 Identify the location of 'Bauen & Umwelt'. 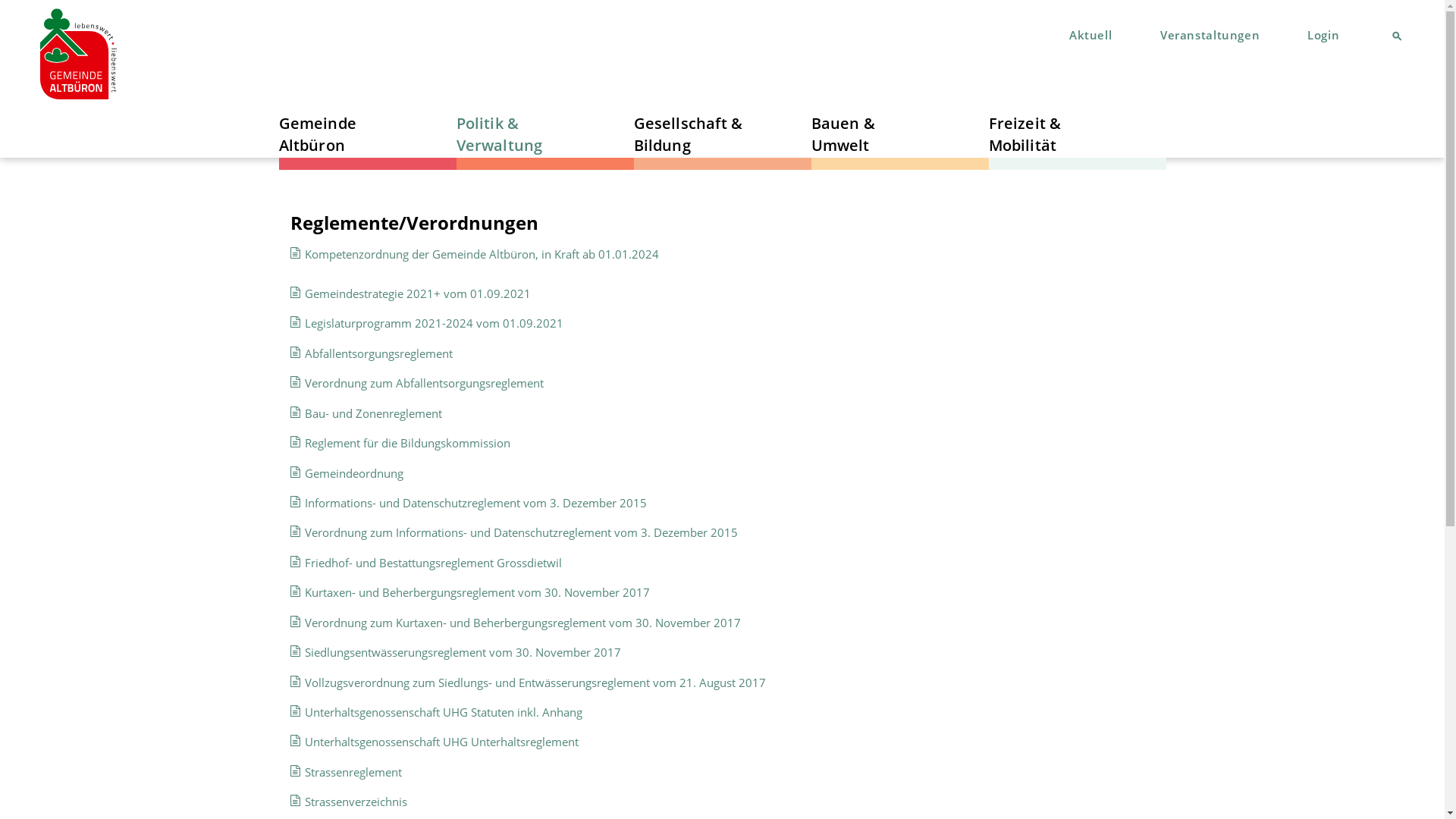
(872, 133).